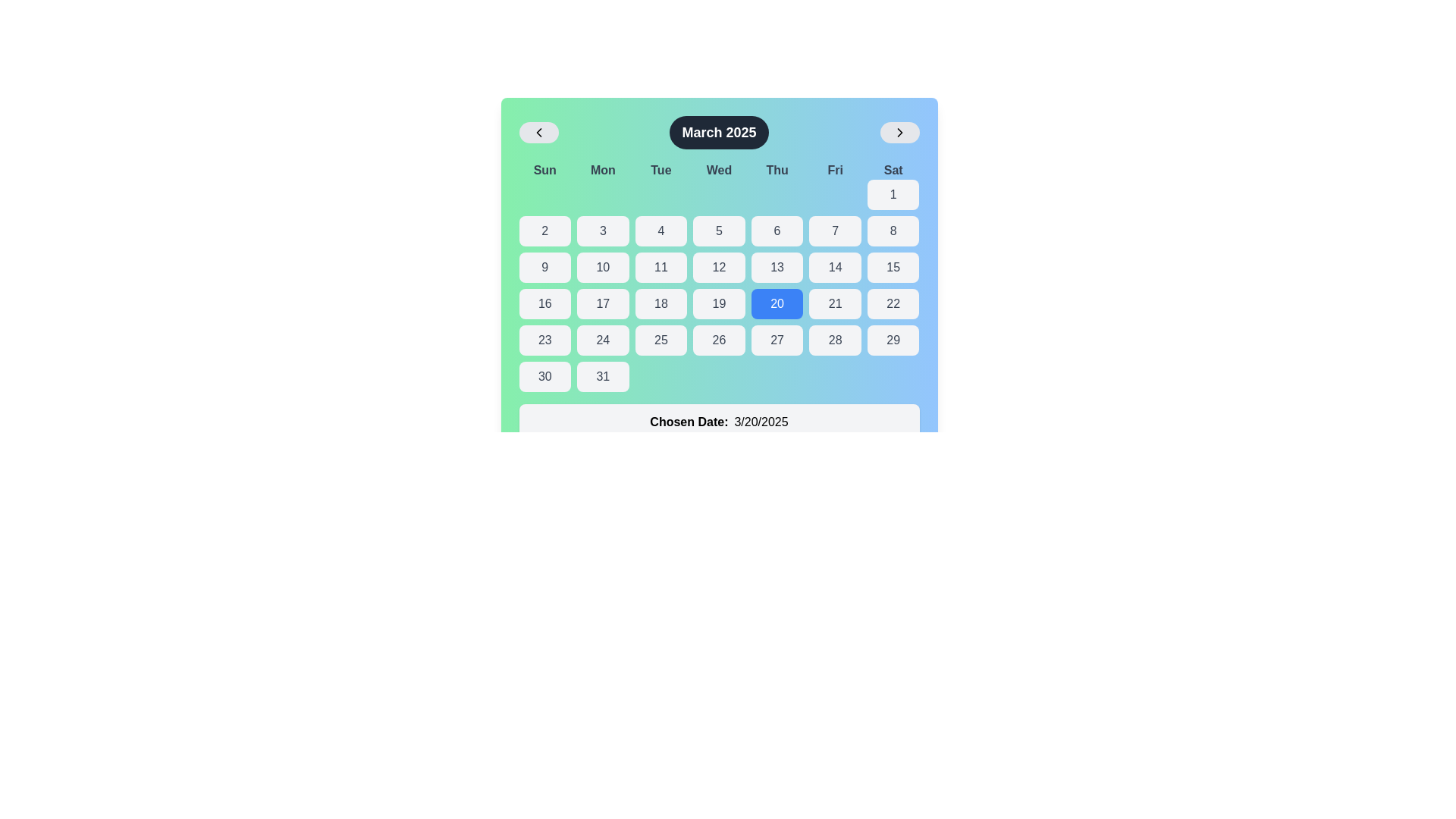  What do you see at coordinates (661, 339) in the screenshot?
I see `the button displaying the number '25' in the calendar grid` at bounding box center [661, 339].